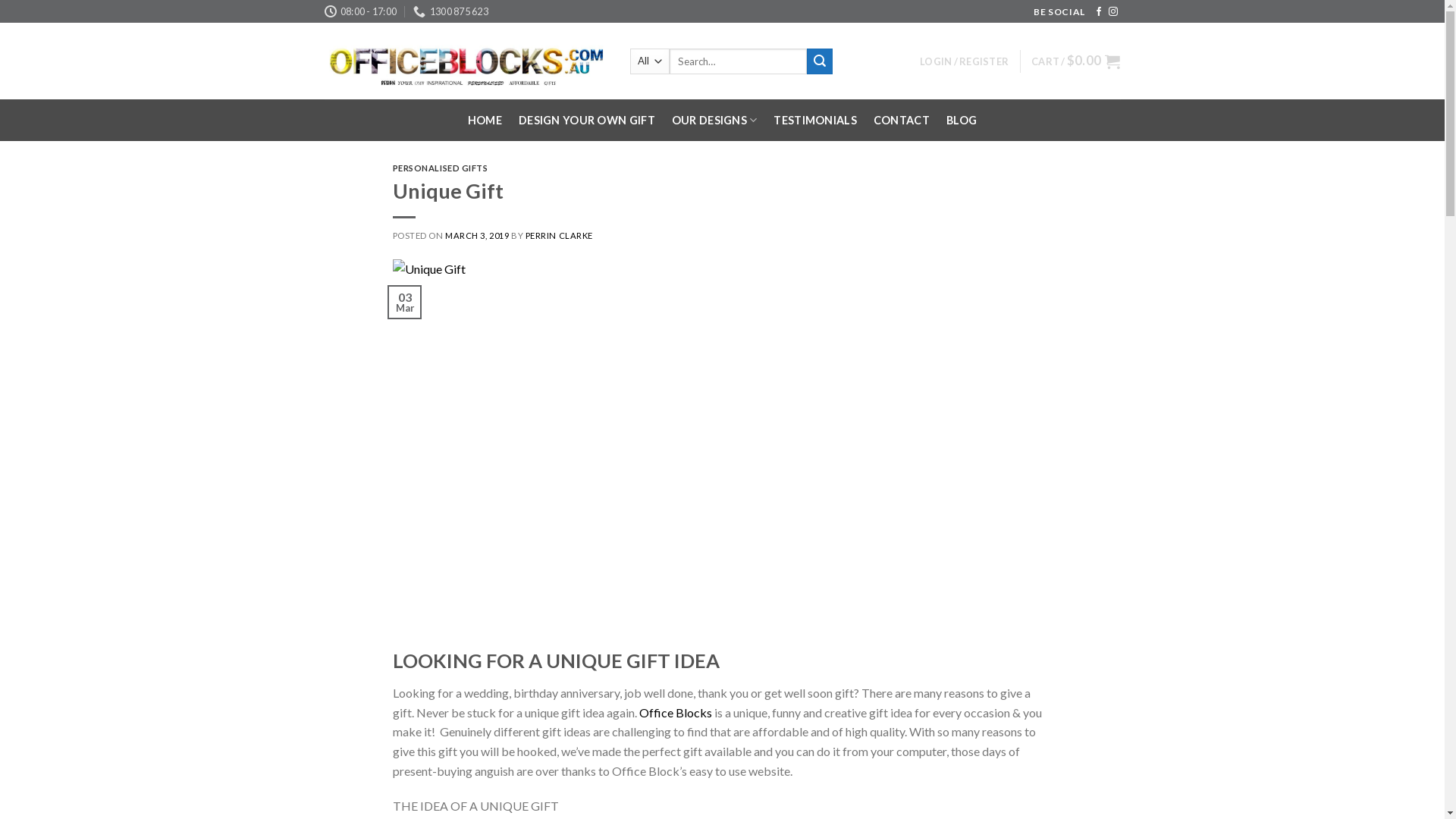 This screenshot has height=819, width=1456. What do you see at coordinates (1113, 11) in the screenshot?
I see `'Follow on Instagram'` at bounding box center [1113, 11].